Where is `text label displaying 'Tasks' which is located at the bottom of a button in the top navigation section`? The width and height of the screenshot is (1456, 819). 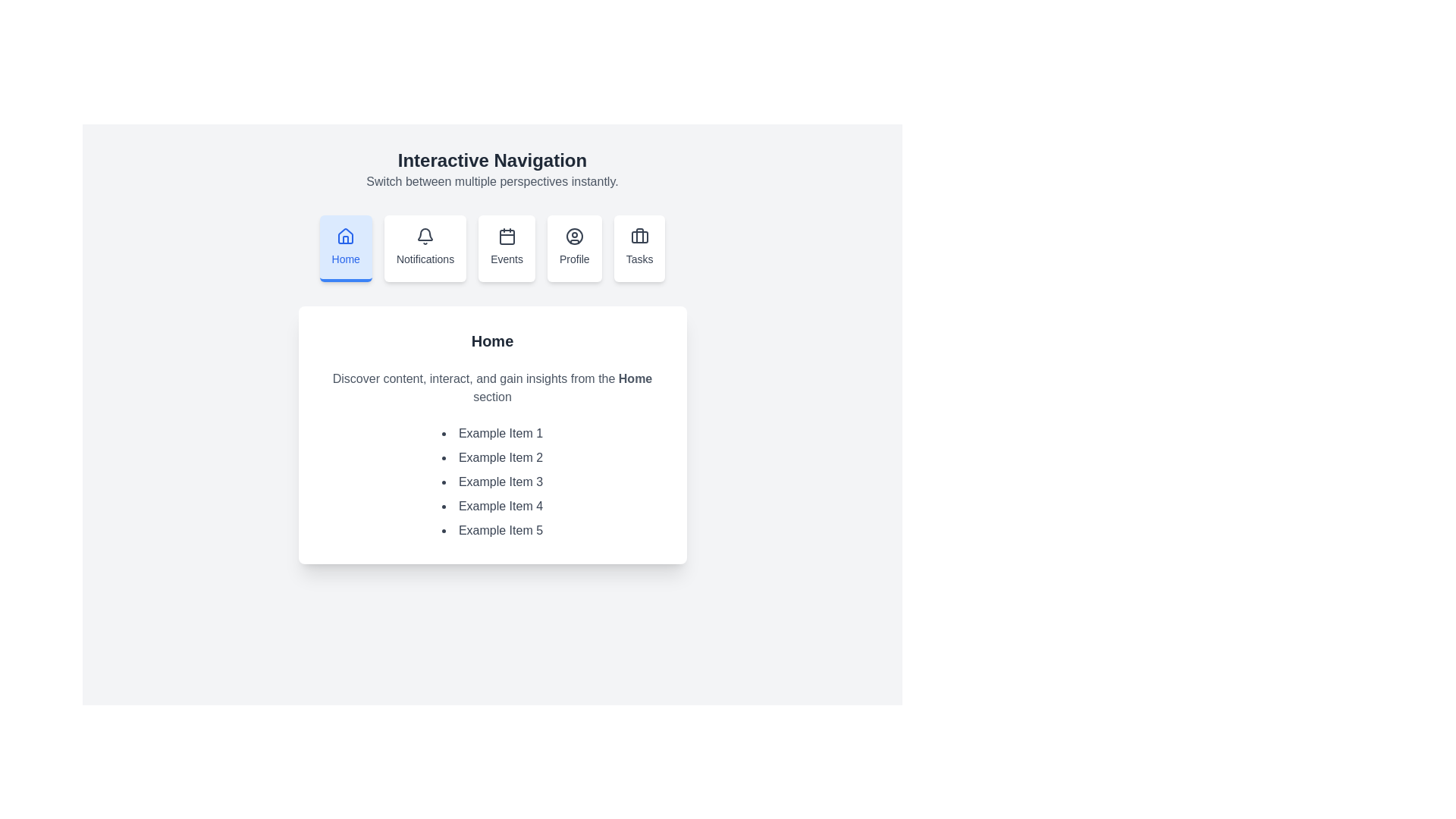 text label displaying 'Tasks' which is located at the bottom of a button in the top navigation section is located at coordinates (639, 259).